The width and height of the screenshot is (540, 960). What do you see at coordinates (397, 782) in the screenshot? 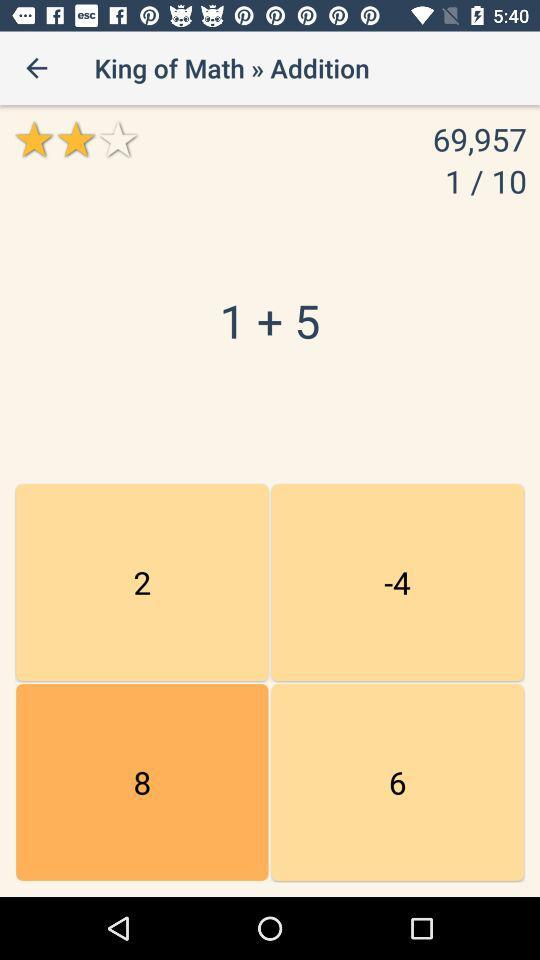
I see `the item at the bottom right corner` at bounding box center [397, 782].